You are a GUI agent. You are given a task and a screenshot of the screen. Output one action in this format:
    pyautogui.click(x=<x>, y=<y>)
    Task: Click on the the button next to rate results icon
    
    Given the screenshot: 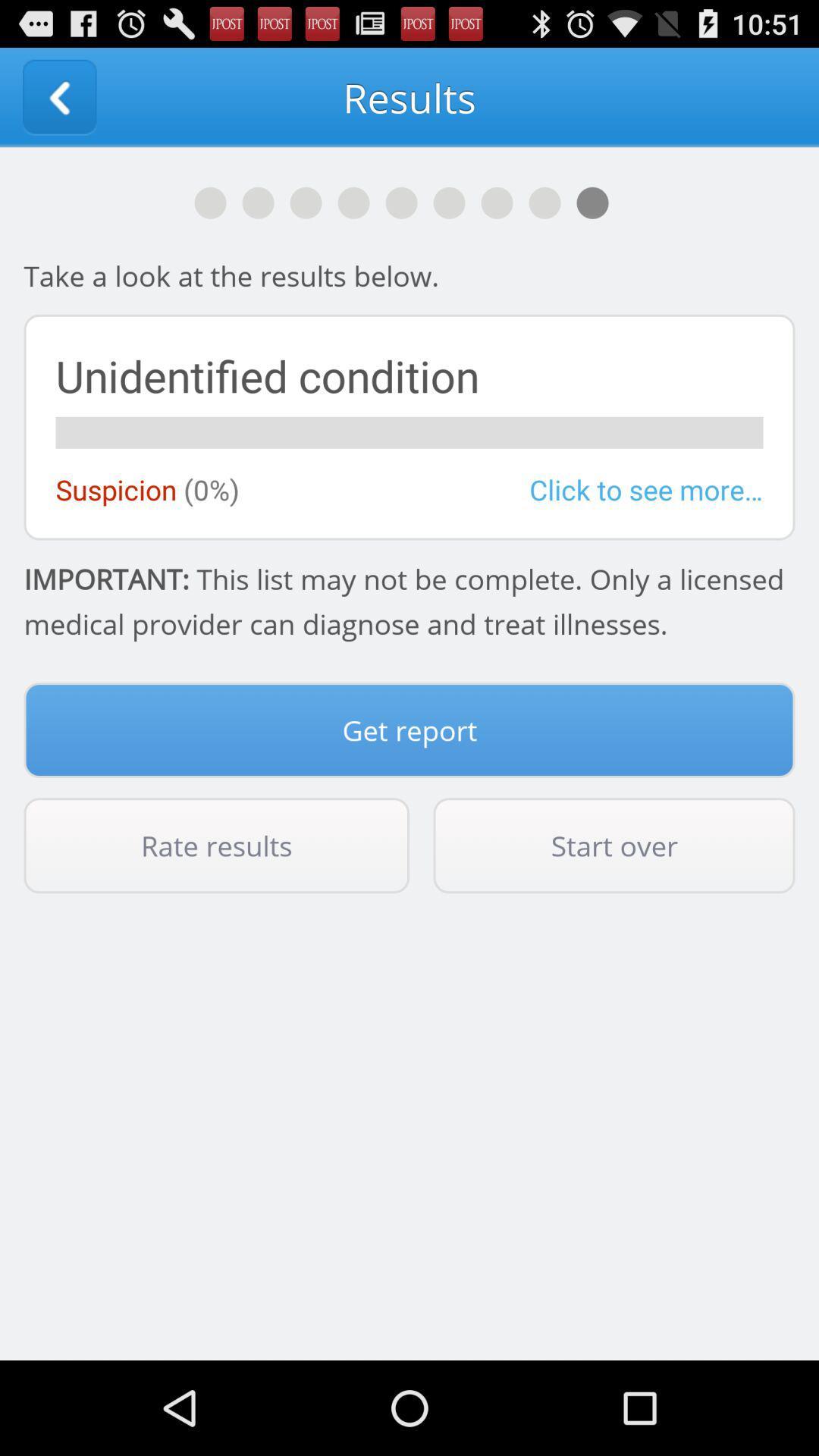 What is the action you would take?
    pyautogui.click(x=614, y=845)
    